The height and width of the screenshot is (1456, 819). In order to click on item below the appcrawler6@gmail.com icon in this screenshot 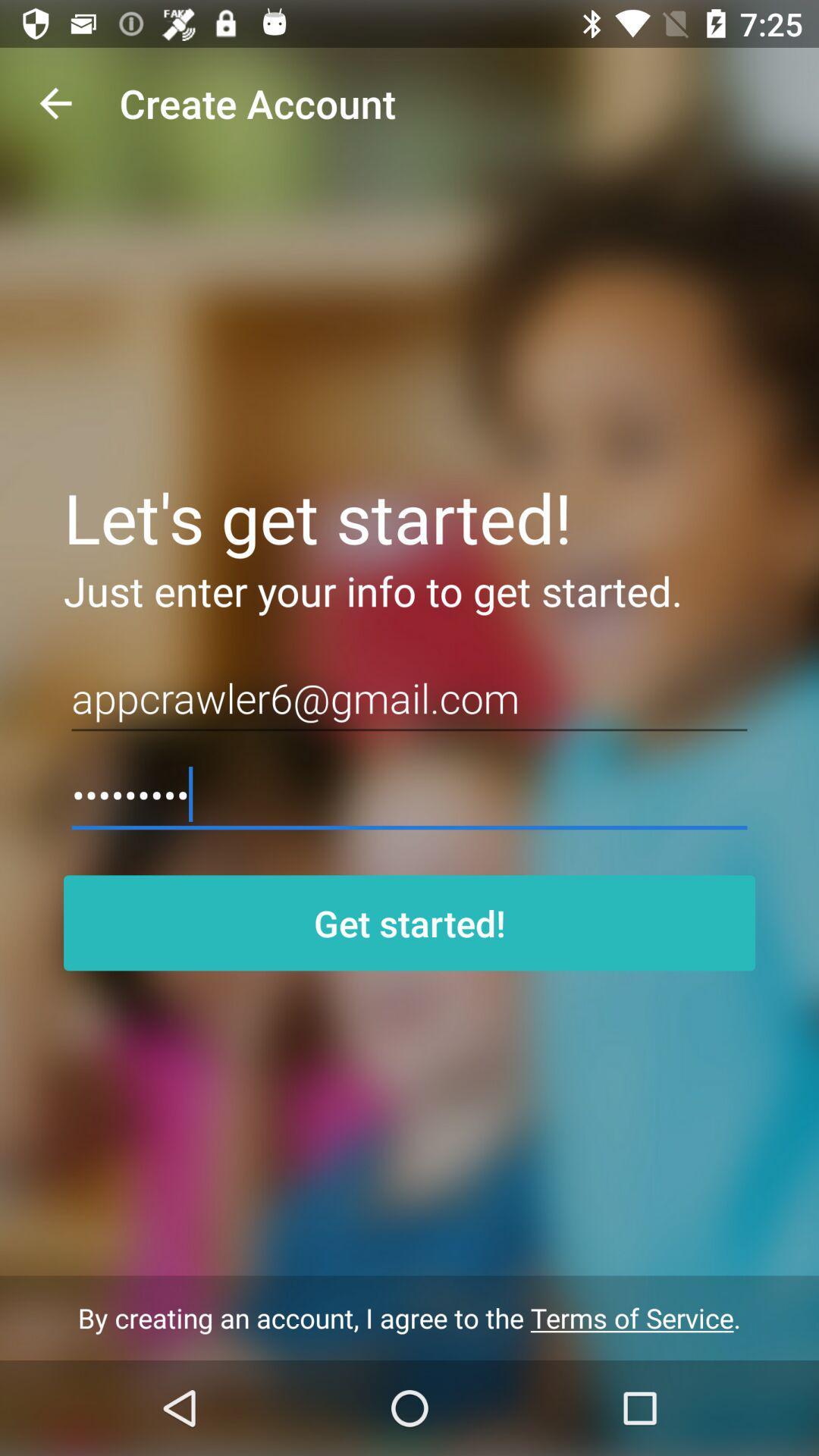, I will do `click(409, 794)`.